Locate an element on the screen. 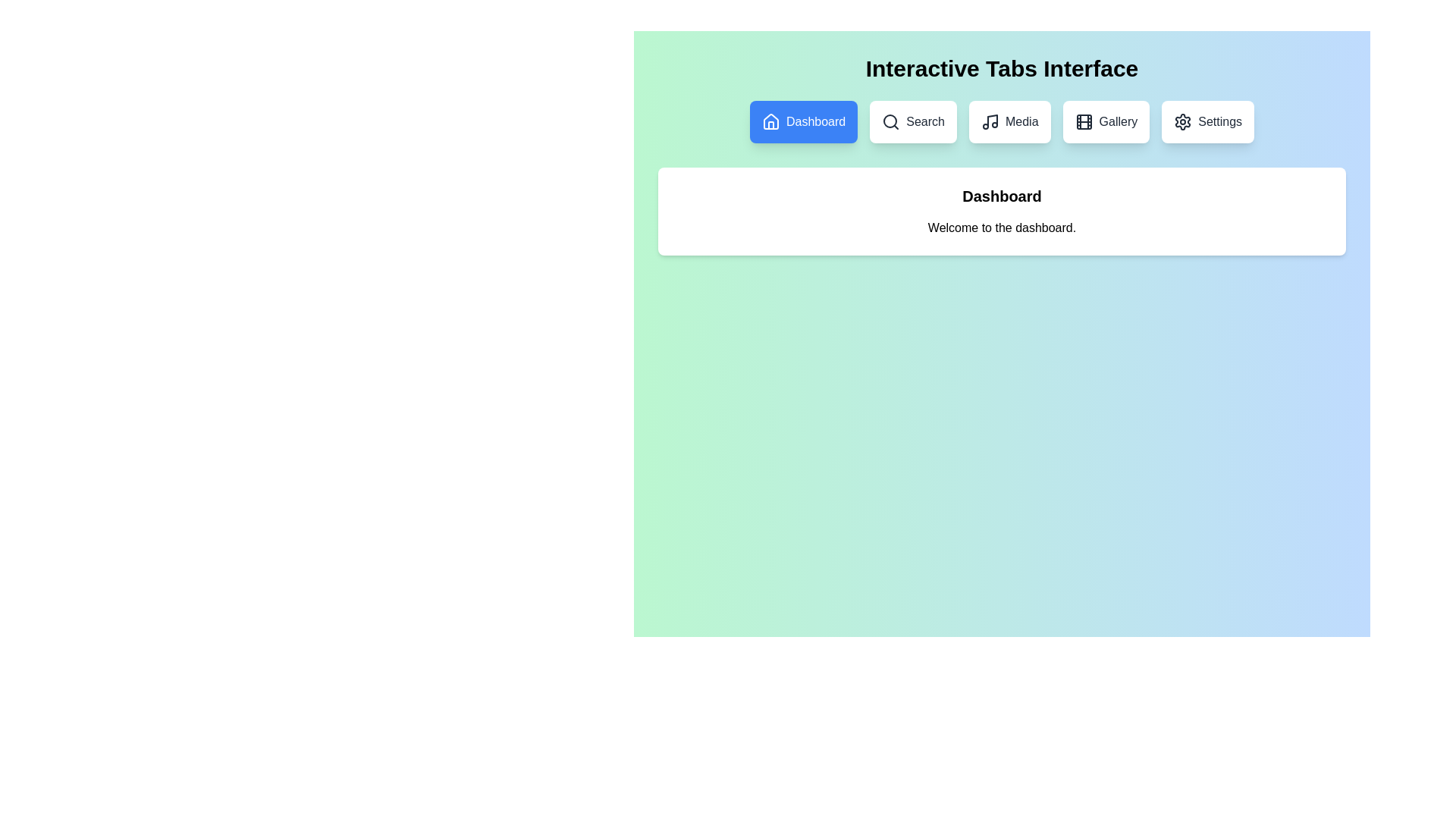 This screenshot has height=819, width=1456. the house icon within the blue rectangular button labeled 'Dashboard' located in the top left corner of the button group to enhance user recognition and navigation is located at coordinates (771, 121).